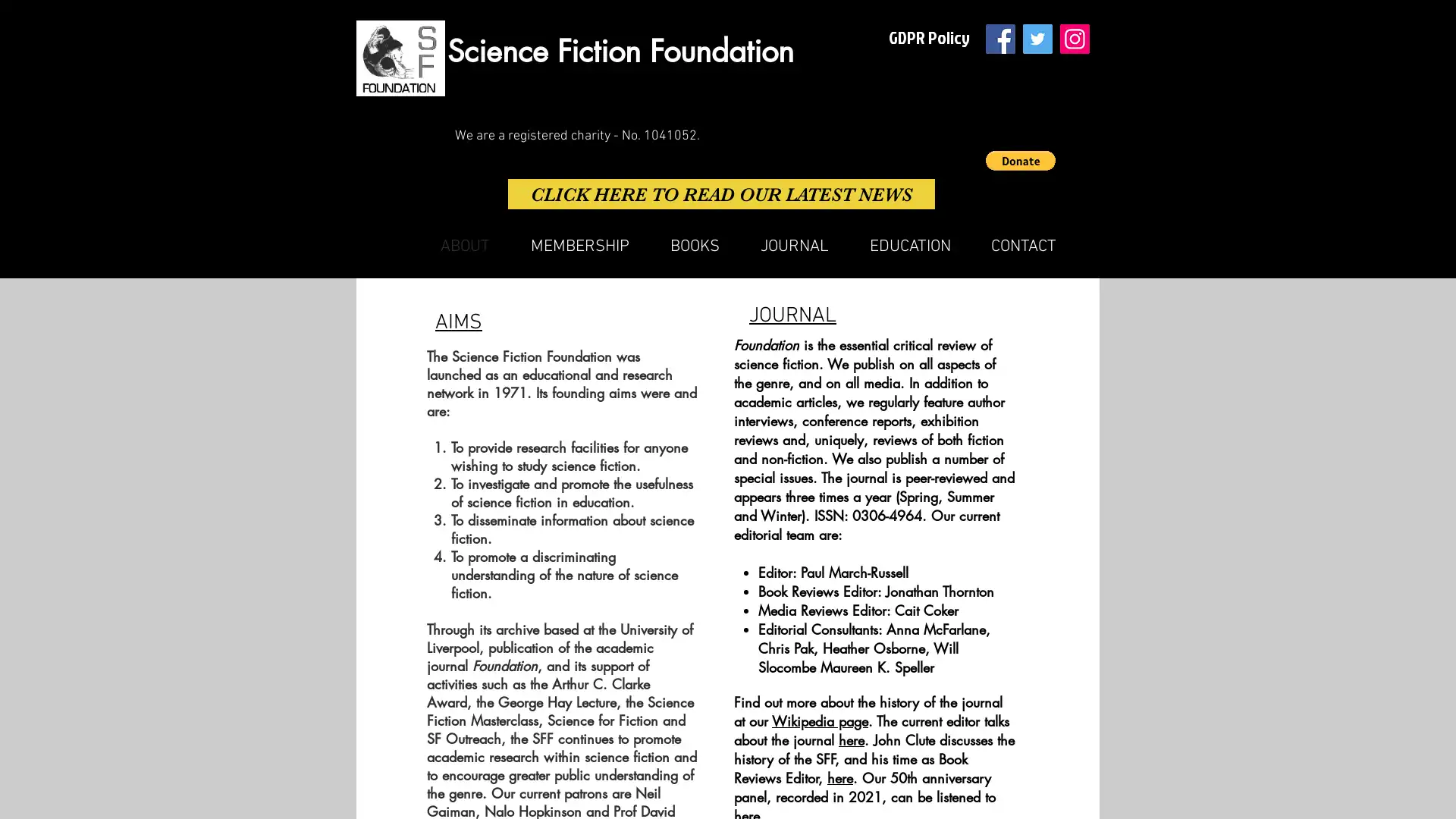 The width and height of the screenshot is (1456, 819). Describe the element at coordinates (1020, 161) in the screenshot. I see `Donate via PayPal` at that location.